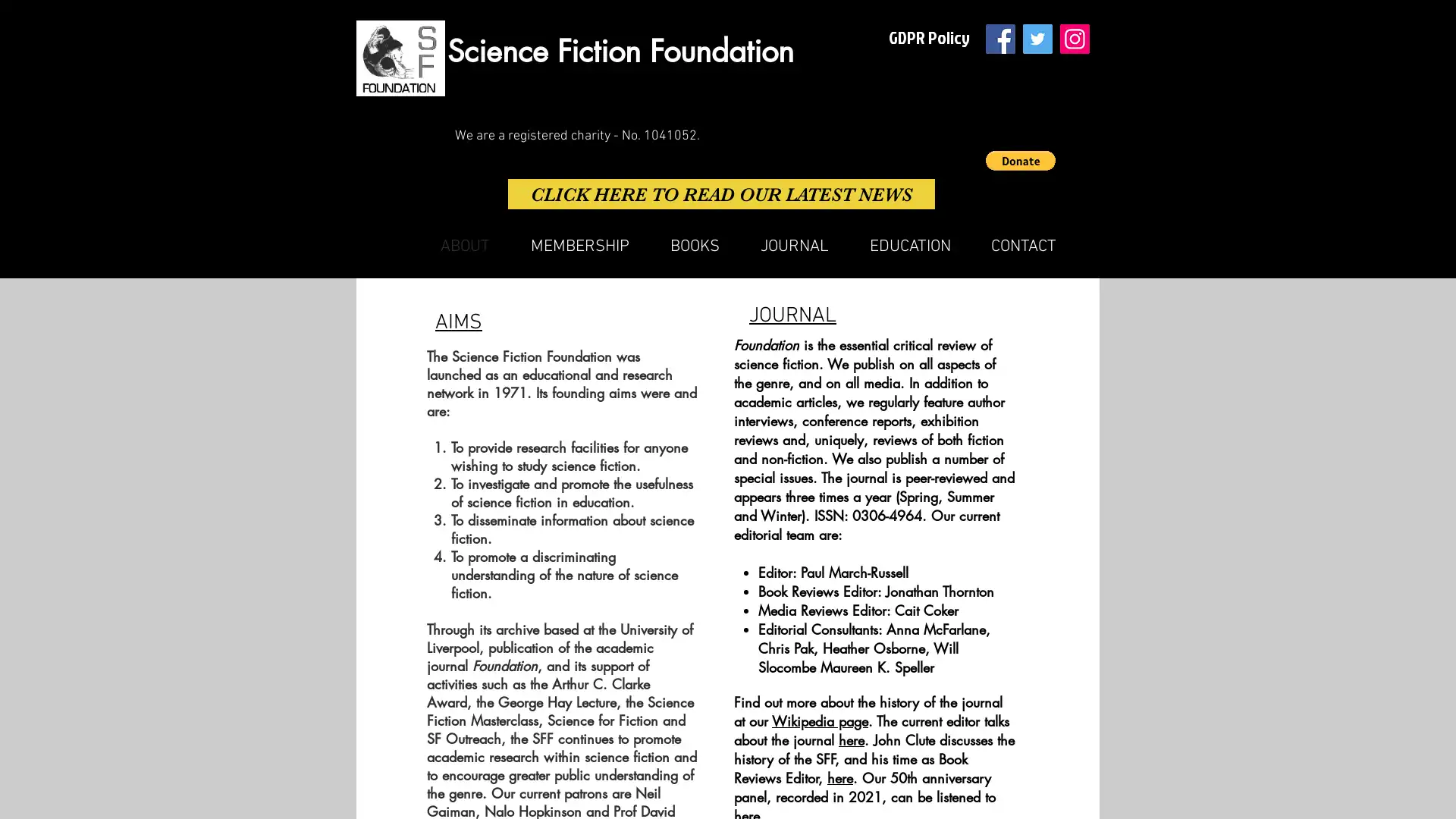 The width and height of the screenshot is (1456, 819). Describe the element at coordinates (1020, 161) in the screenshot. I see `Donate via PayPal` at that location.